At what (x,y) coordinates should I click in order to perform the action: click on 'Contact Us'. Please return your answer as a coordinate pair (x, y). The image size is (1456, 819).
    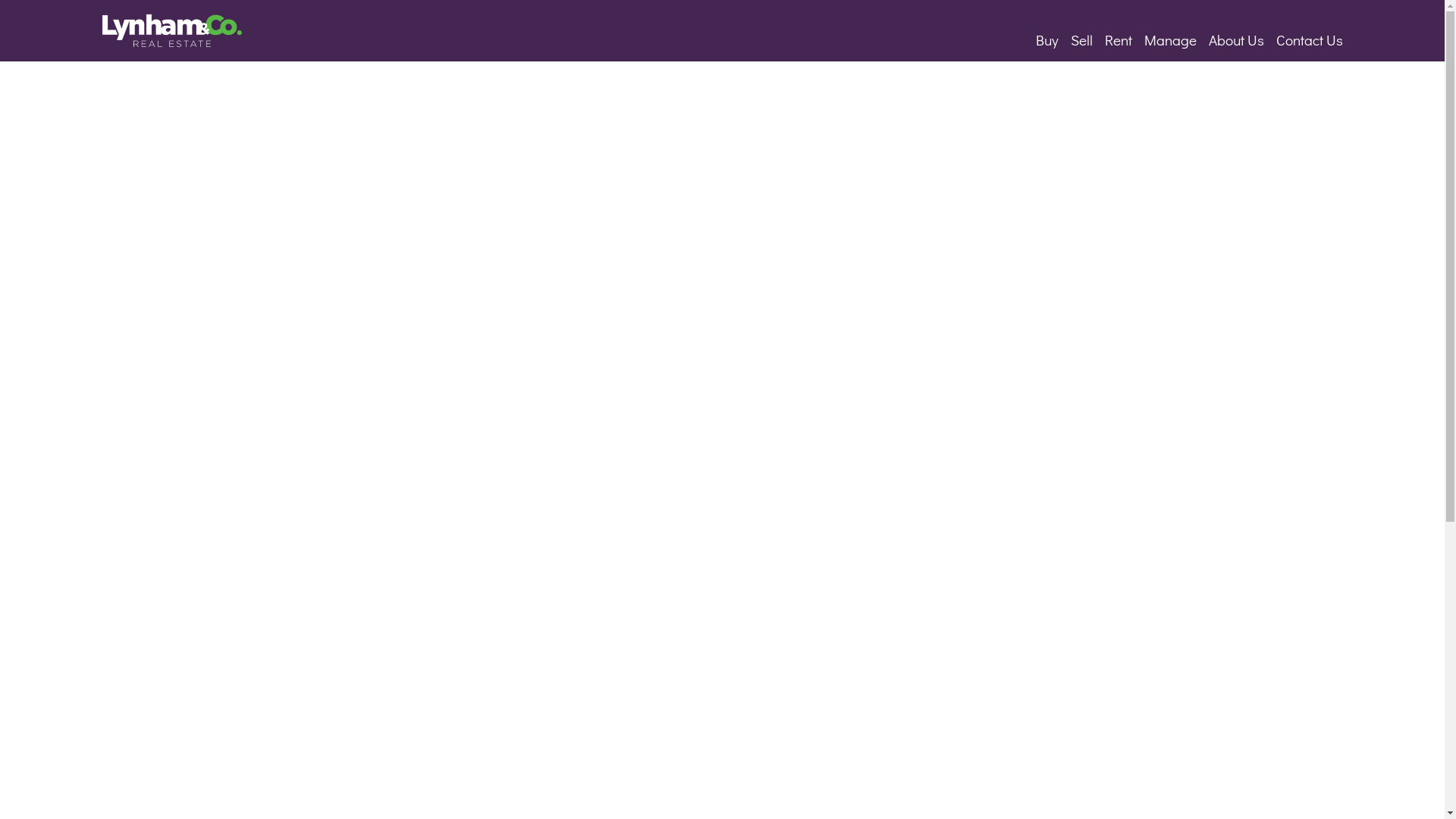
    Looking at the image, I should click on (1309, 39).